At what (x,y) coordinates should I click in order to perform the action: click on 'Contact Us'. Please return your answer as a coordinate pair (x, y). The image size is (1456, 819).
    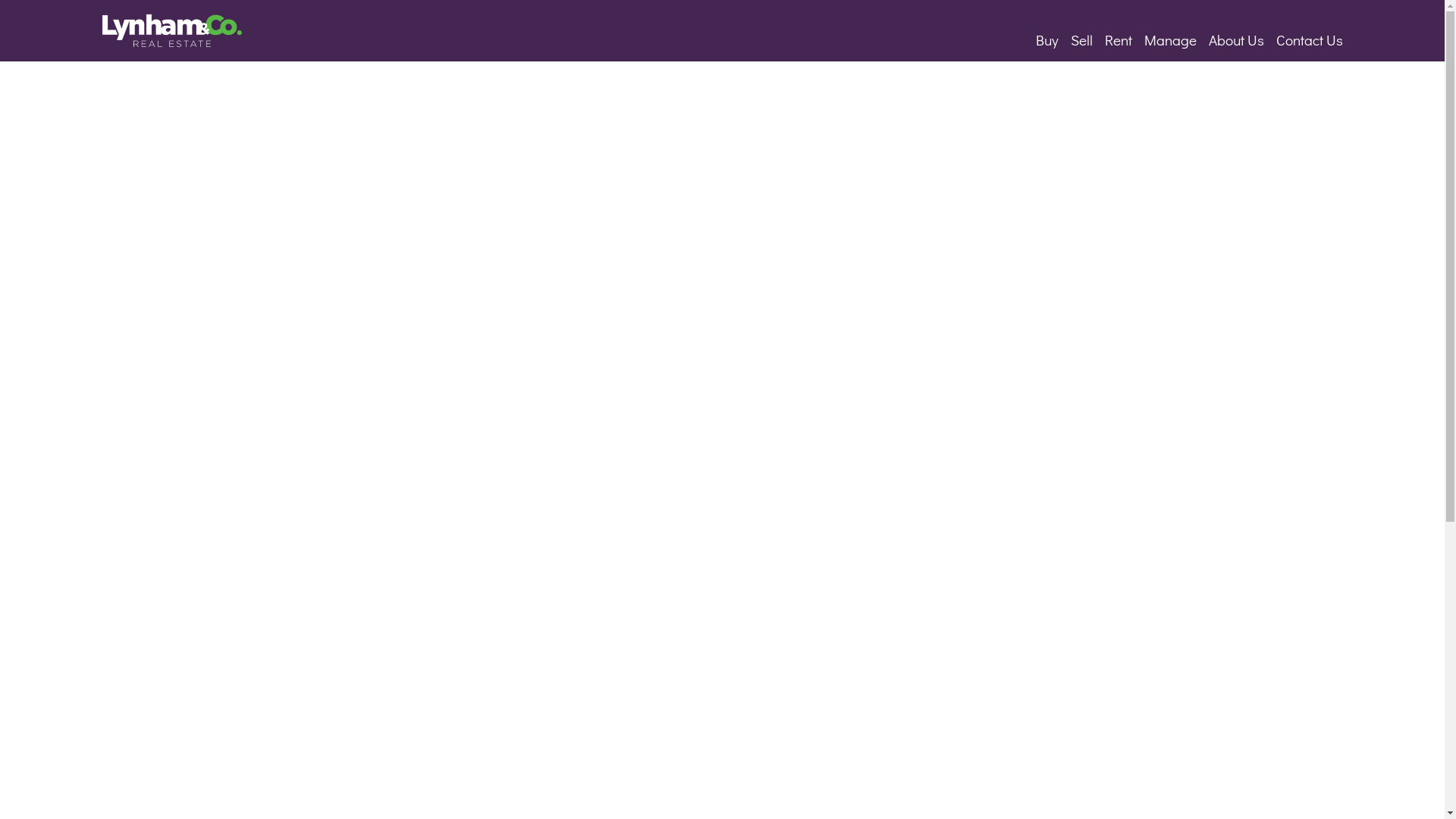
    Looking at the image, I should click on (1309, 39).